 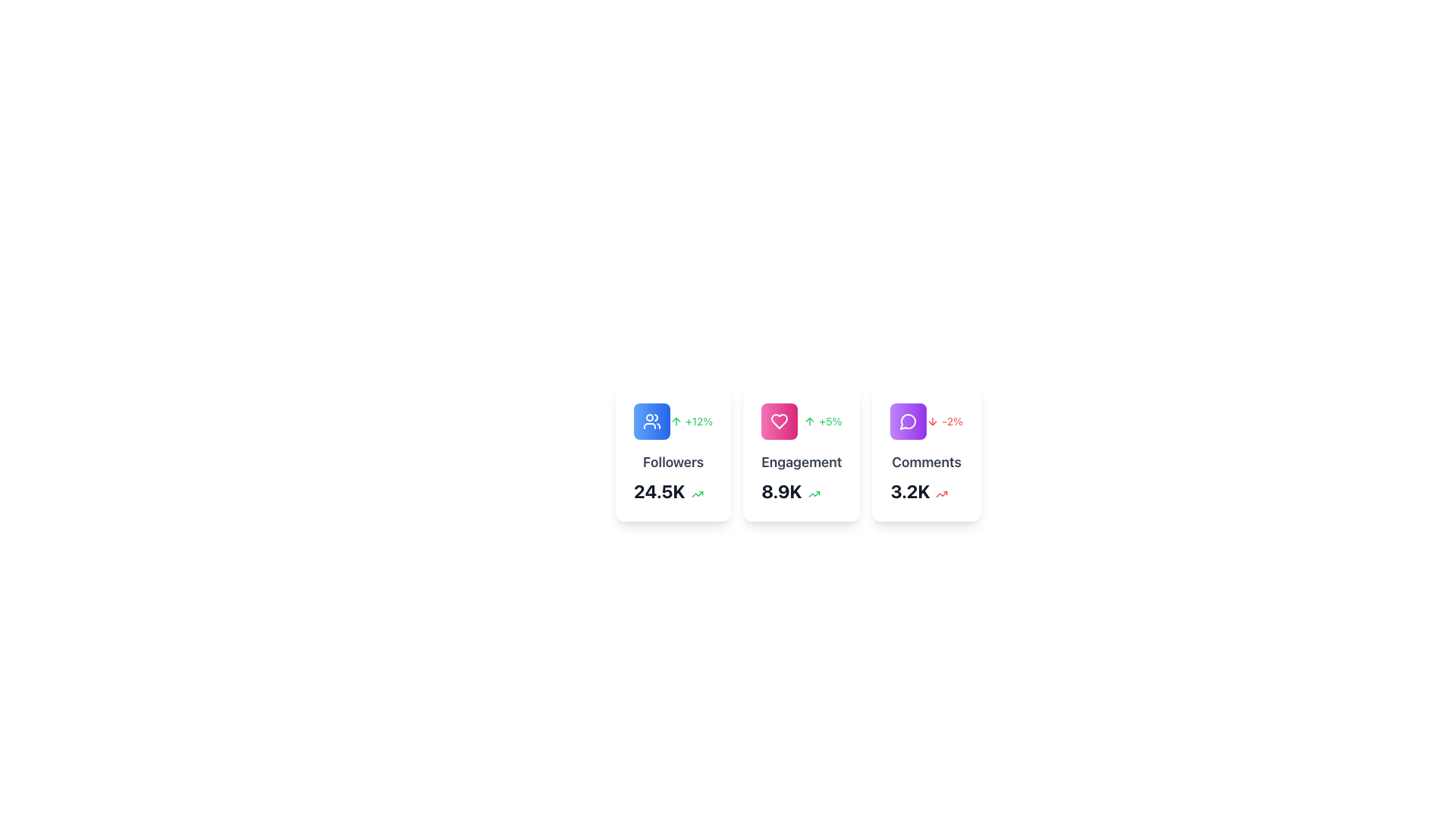 I want to click on displayed numerical statistic '3.2K' in the Statistical display with icon located at the bottom center of the 'Comments' card, so click(x=926, y=491).